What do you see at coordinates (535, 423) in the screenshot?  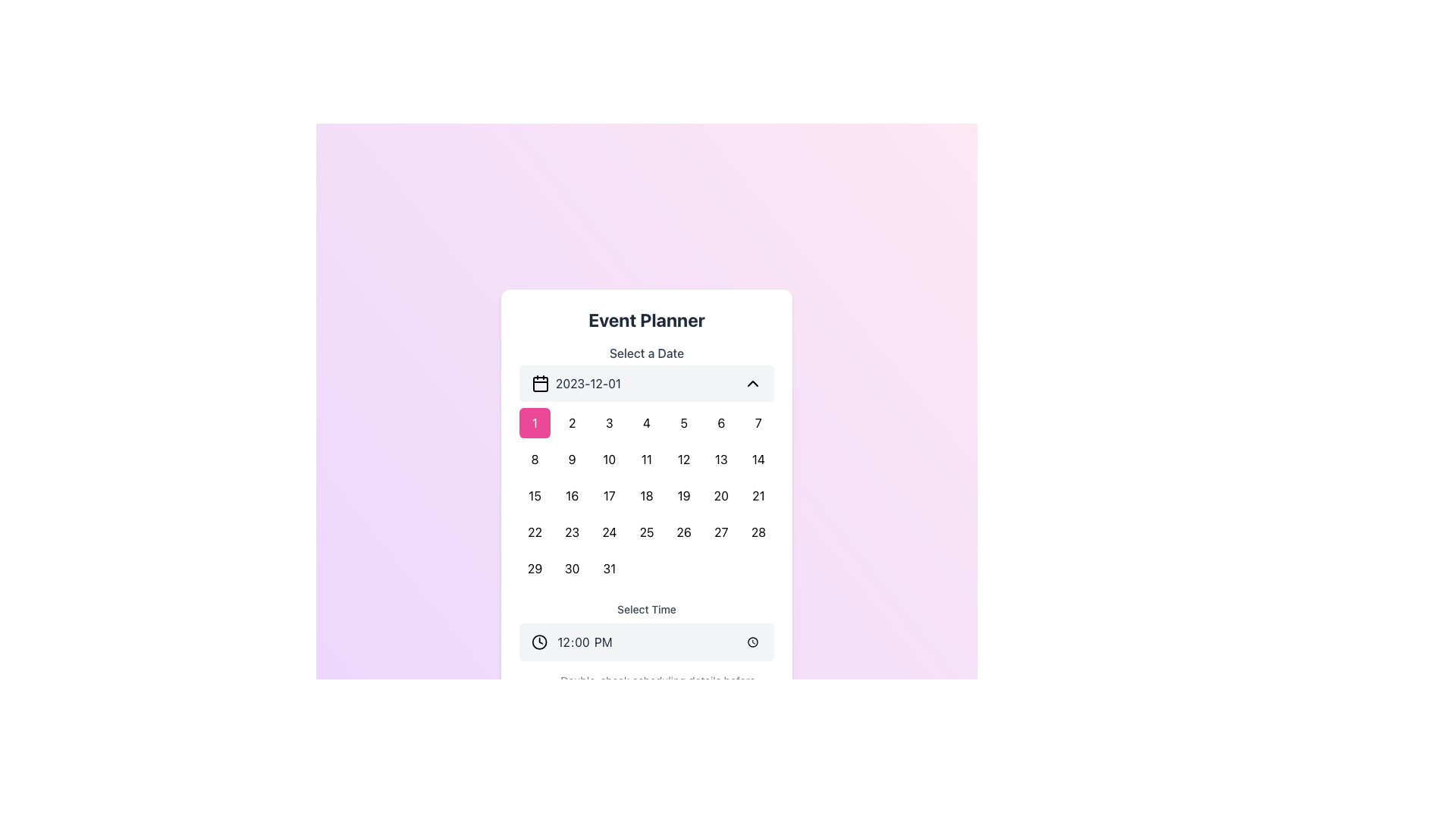 I see `the square button with a pink background and white text '1' located at the top-left corner of the calendar grid` at bounding box center [535, 423].